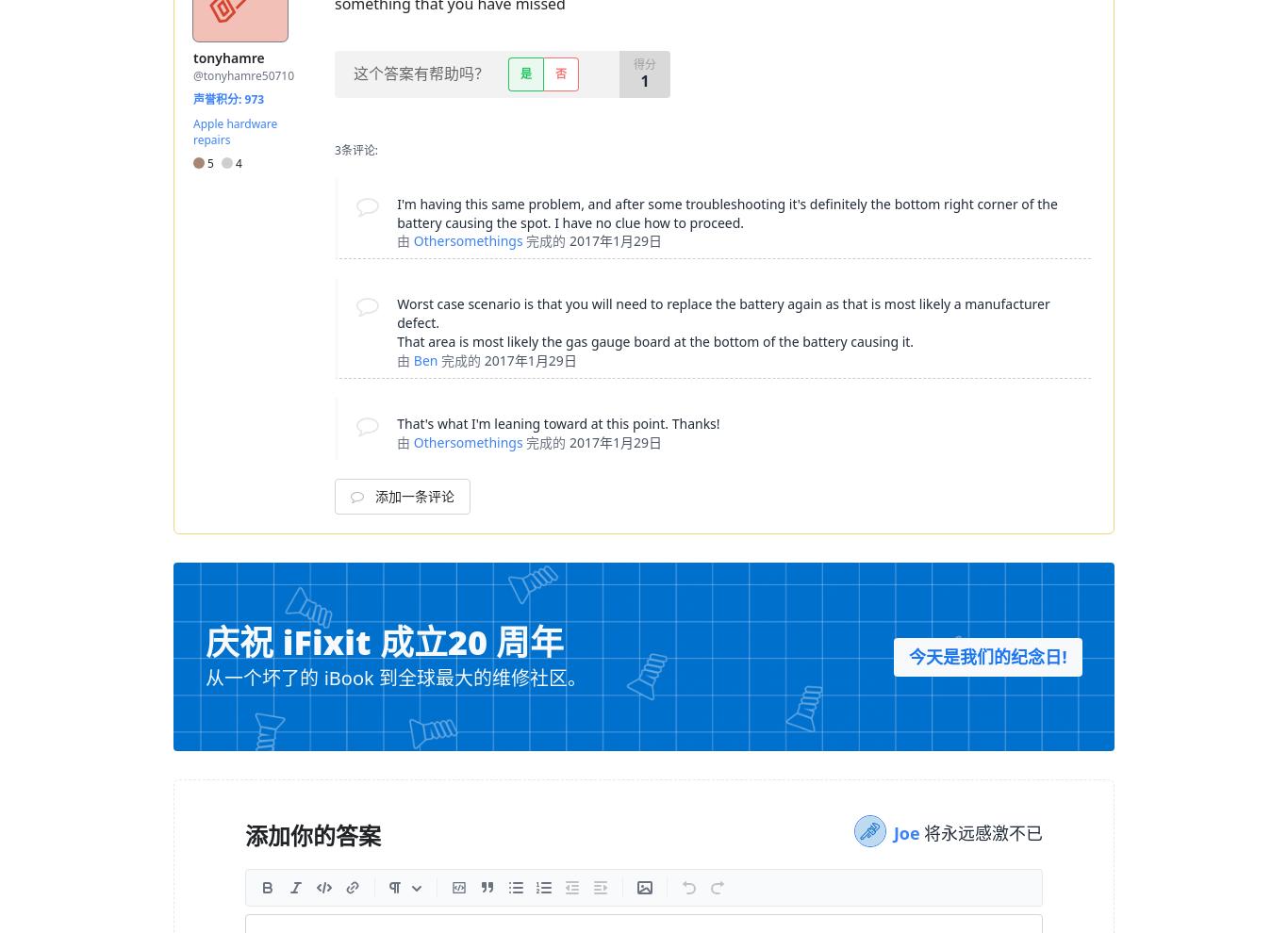 This screenshot has width=1288, height=933. What do you see at coordinates (908, 832) in the screenshot?
I see `'Joe'` at bounding box center [908, 832].